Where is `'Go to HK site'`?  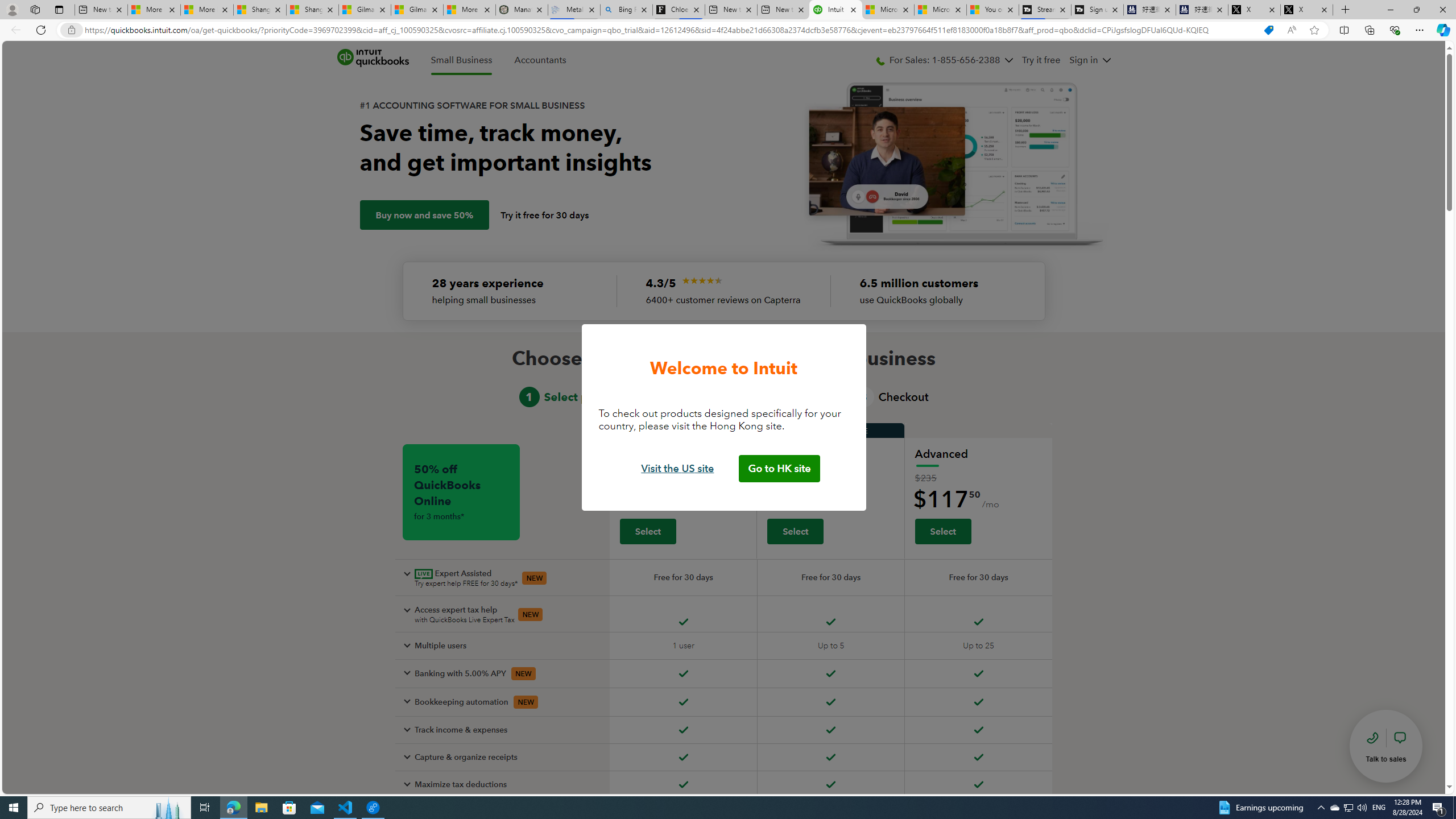 'Go to HK site' is located at coordinates (779, 468).